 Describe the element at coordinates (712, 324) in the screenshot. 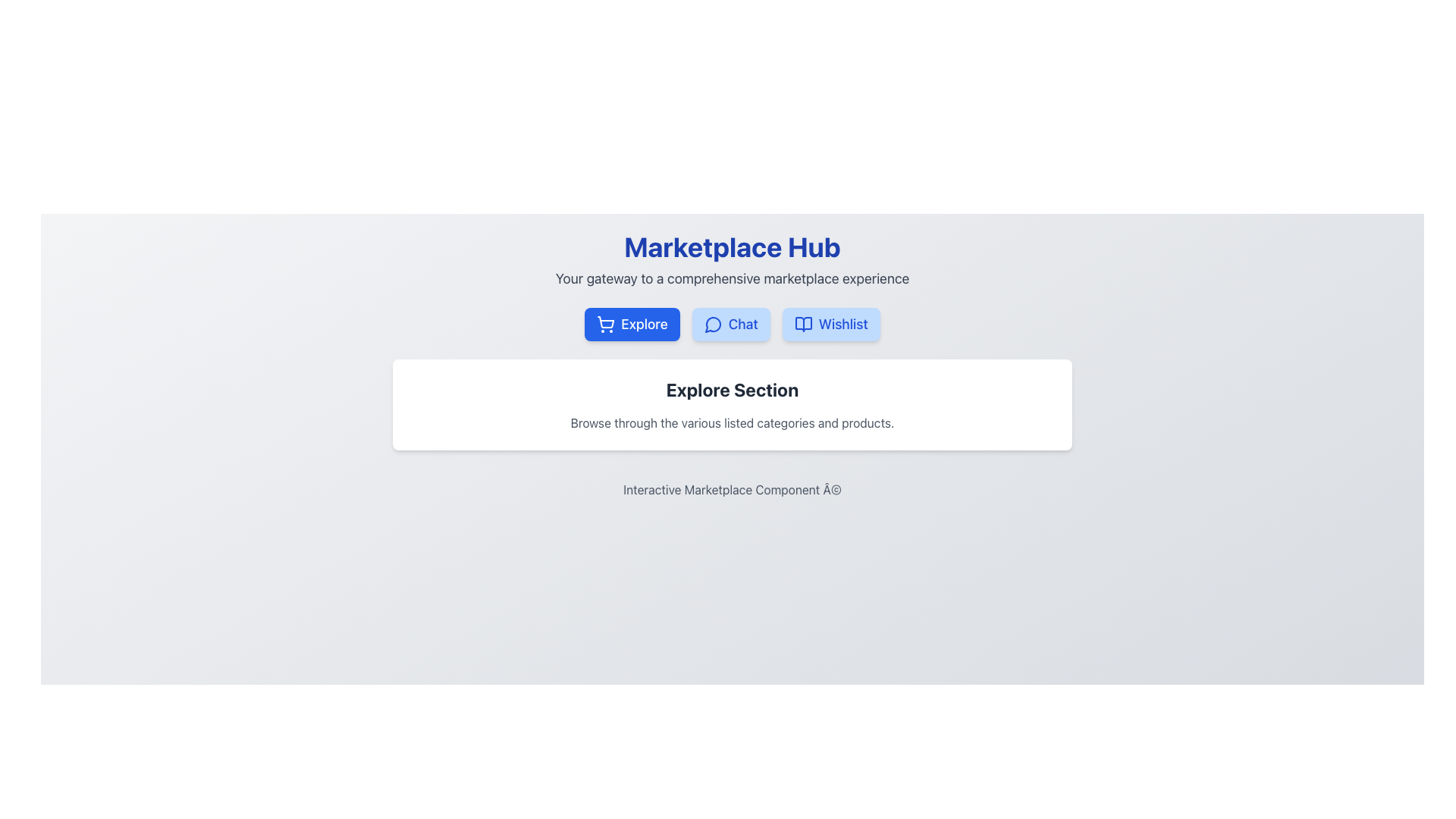

I see `the 'Chat' button icon in the middle of the navigation bar to initiate the chat interface` at that location.